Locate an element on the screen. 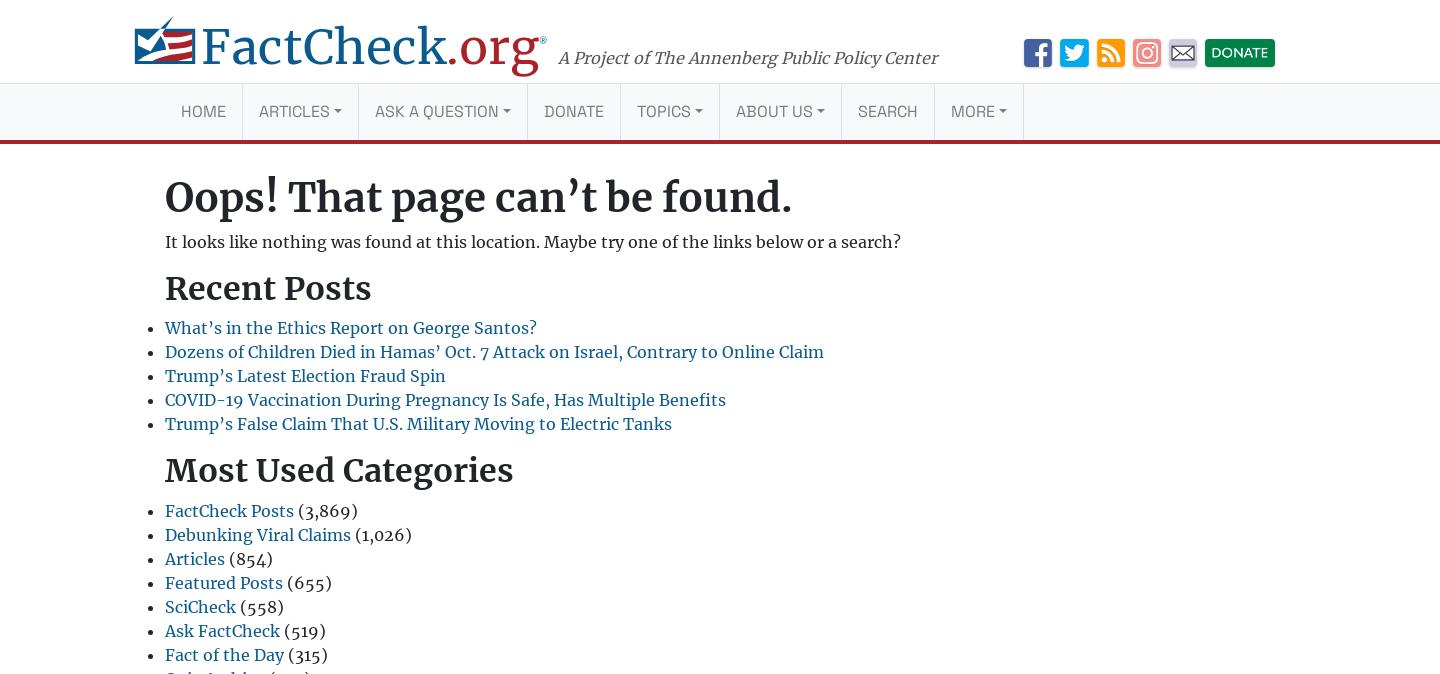 The width and height of the screenshot is (1440, 674). 'Recent Posts' is located at coordinates (164, 289).